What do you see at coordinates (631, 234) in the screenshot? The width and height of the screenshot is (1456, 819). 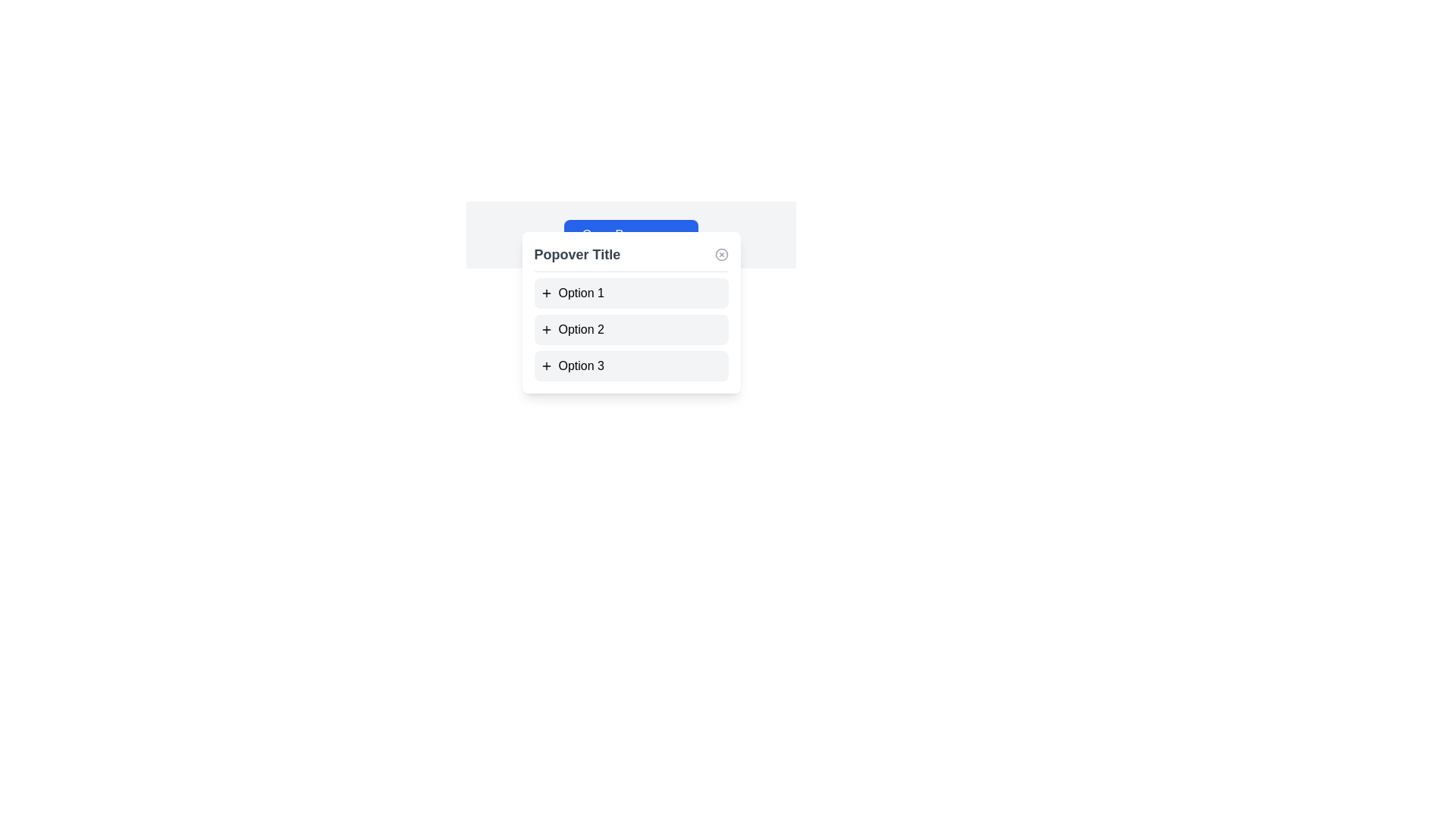 I see `the 'Open Popover' button, which has a blue background and white text` at bounding box center [631, 234].